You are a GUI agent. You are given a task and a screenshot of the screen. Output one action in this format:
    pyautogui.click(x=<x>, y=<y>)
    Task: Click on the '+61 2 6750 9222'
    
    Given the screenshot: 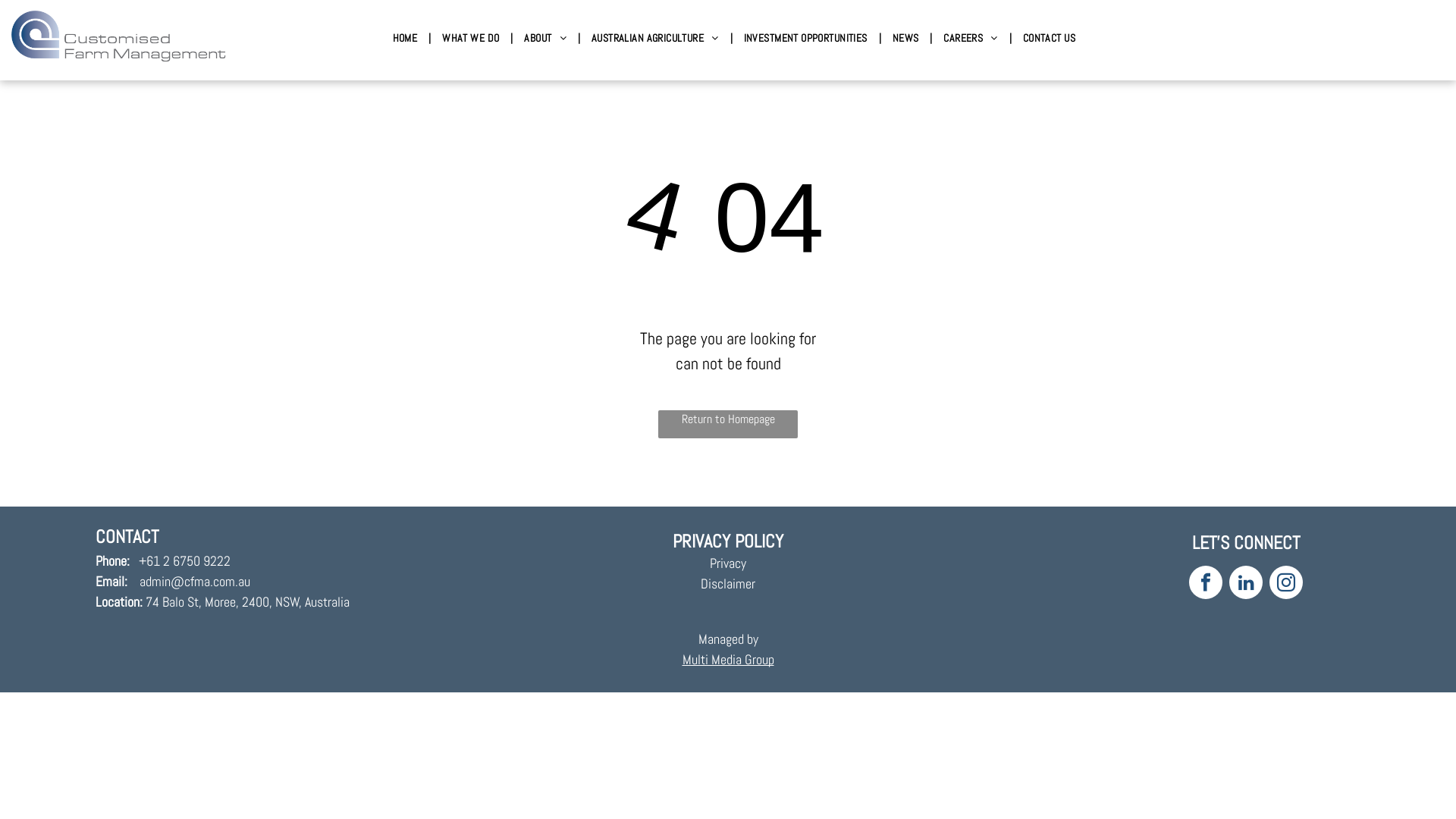 What is the action you would take?
    pyautogui.click(x=183, y=560)
    